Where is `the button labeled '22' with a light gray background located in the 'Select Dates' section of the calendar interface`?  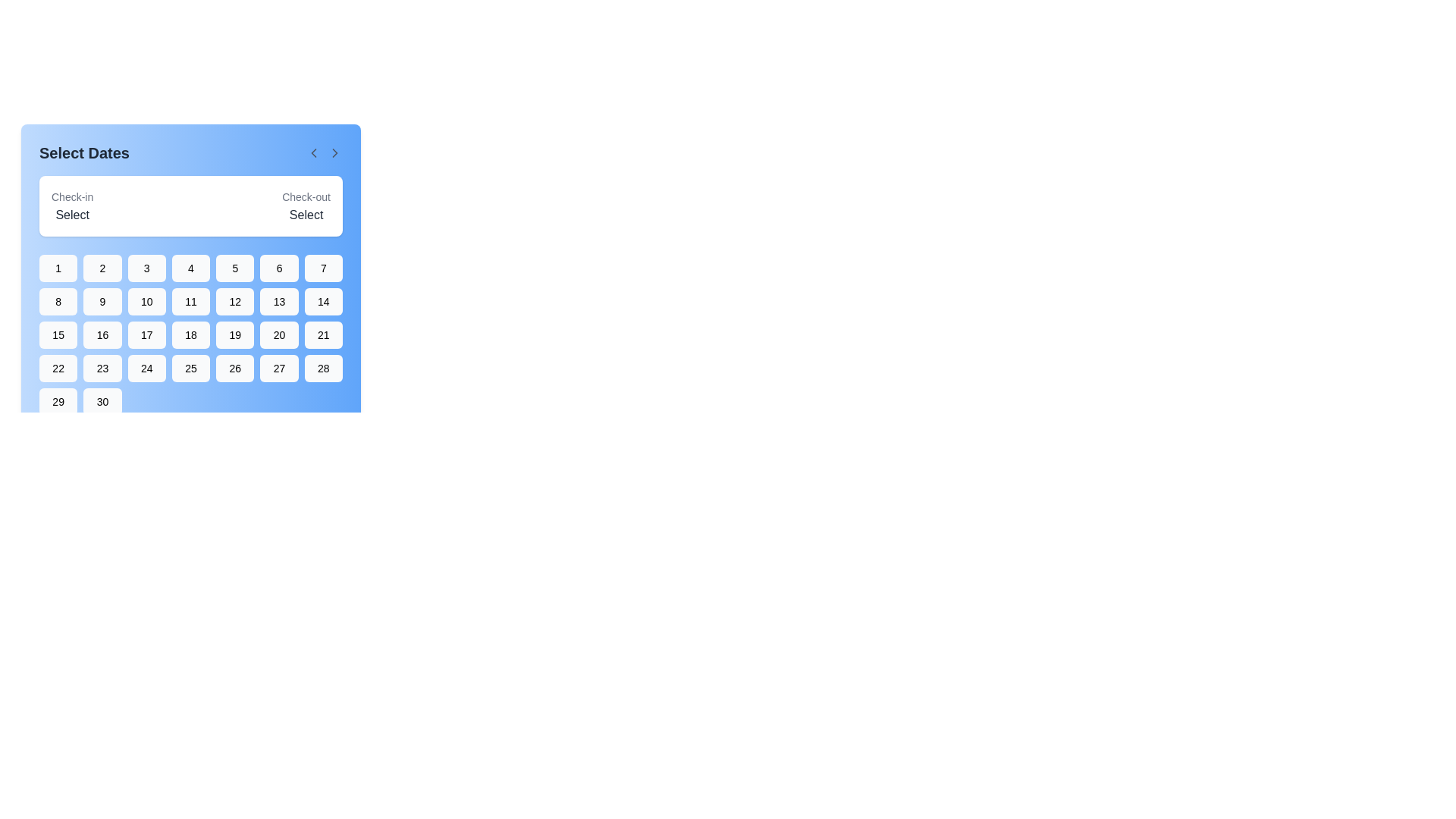 the button labeled '22' with a light gray background located in the 'Select Dates' section of the calendar interface is located at coordinates (58, 369).